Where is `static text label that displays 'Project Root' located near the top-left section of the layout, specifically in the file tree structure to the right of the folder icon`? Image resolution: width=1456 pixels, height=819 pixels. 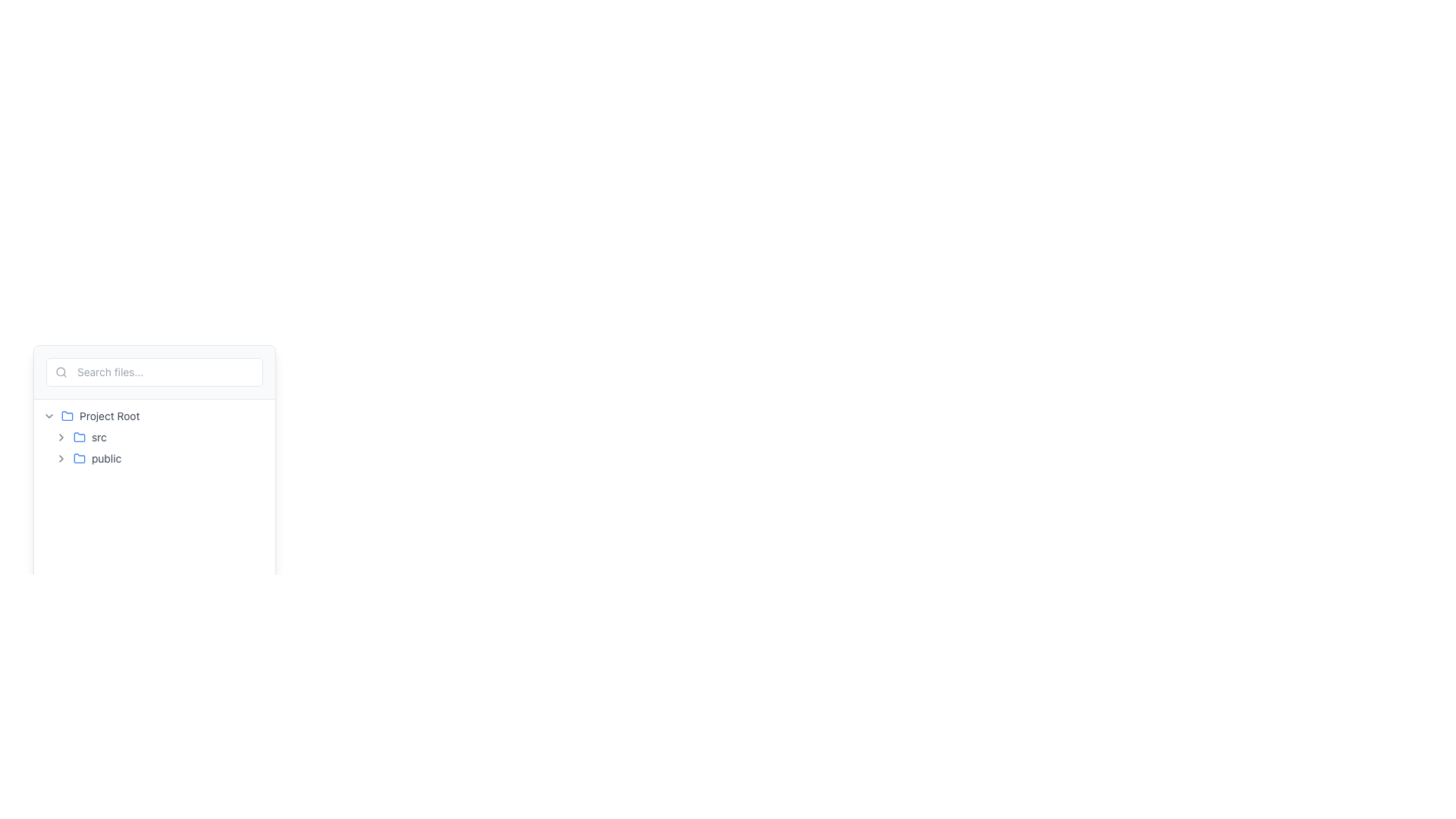 static text label that displays 'Project Root' located near the top-left section of the layout, specifically in the file tree structure to the right of the folder icon is located at coordinates (108, 416).